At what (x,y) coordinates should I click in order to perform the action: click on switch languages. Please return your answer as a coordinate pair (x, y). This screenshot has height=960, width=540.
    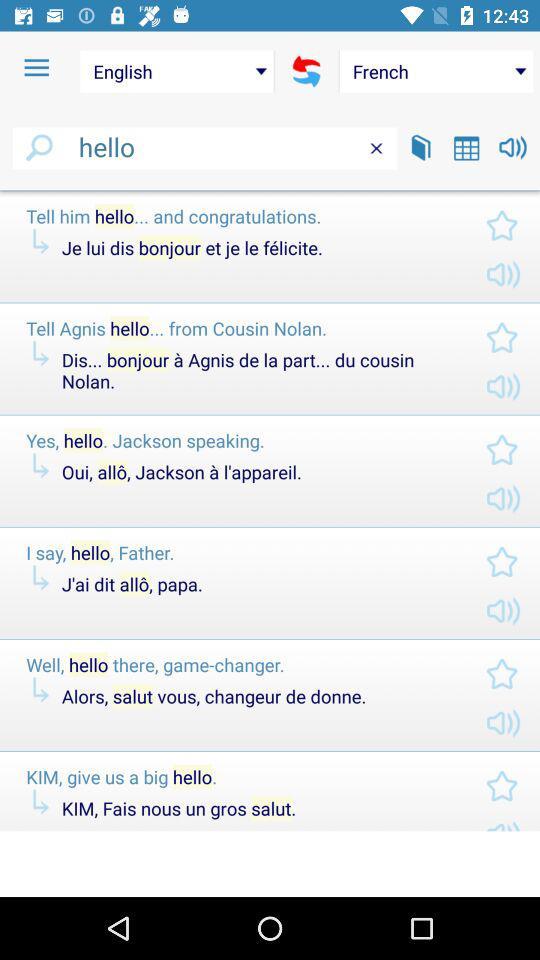
    Looking at the image, I should click on (306, 71).